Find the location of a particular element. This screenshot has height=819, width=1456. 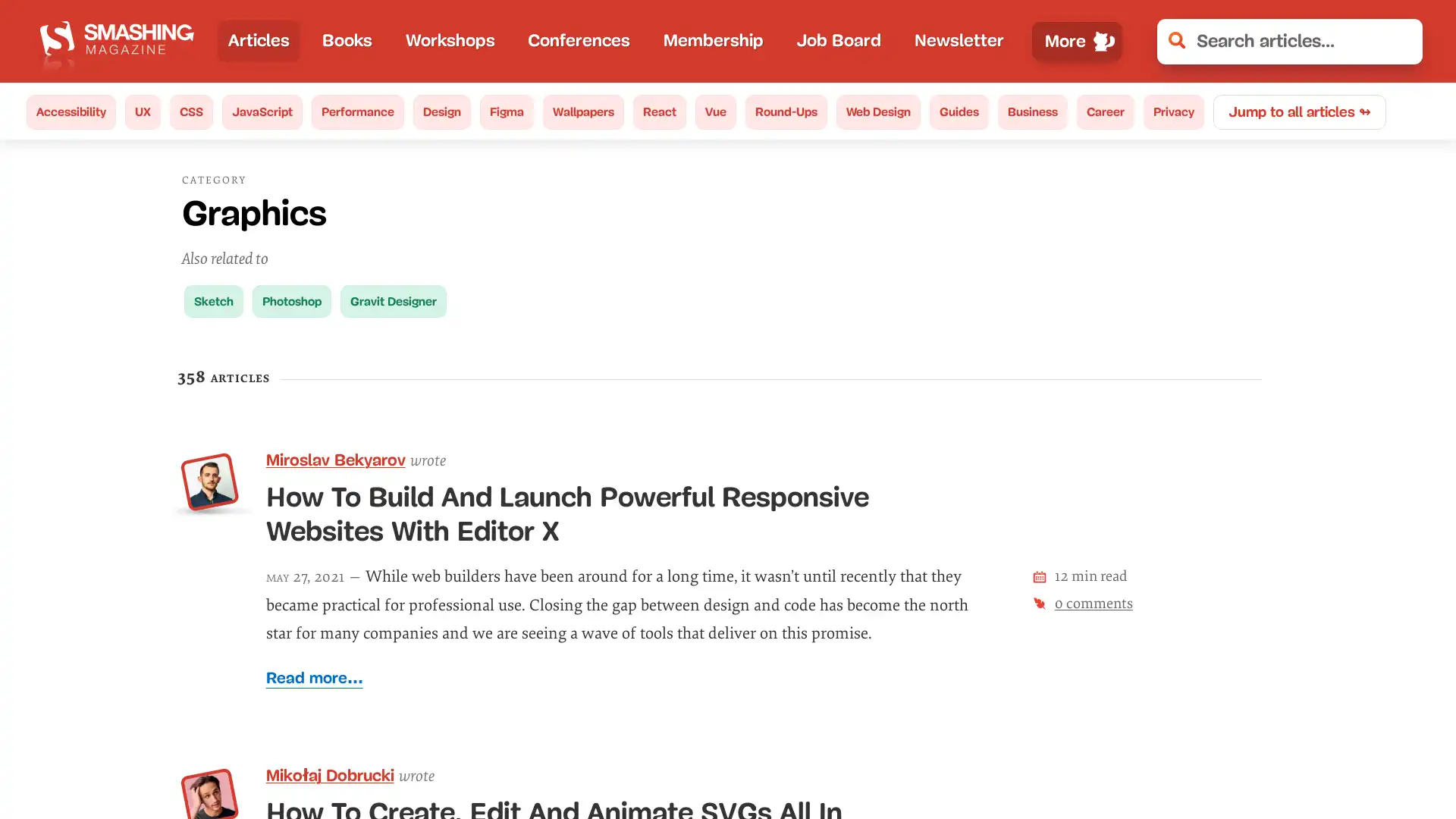

Its okay. is located at coordinates (1341, 758).